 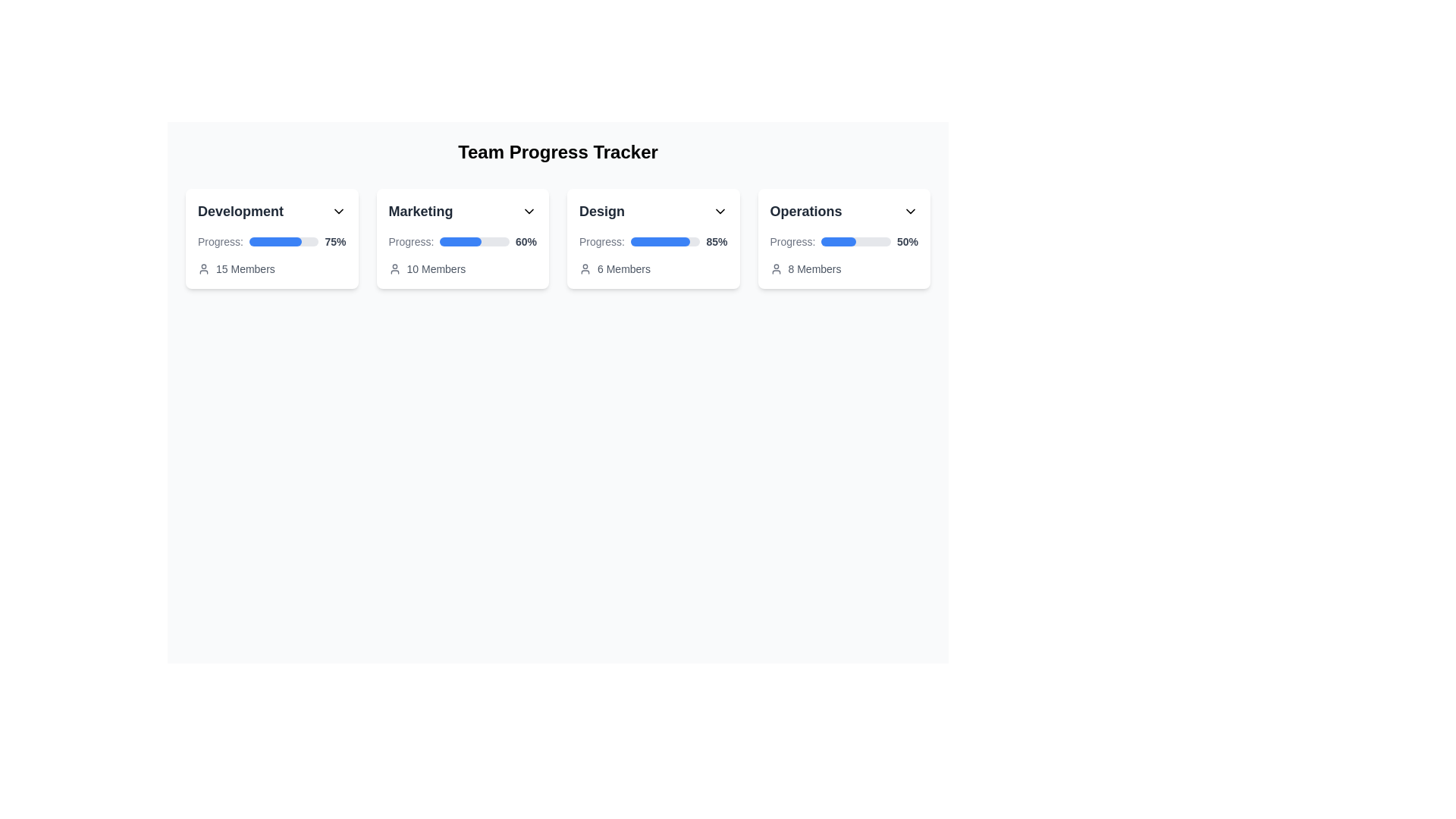 I want to click on the text label that serves as the title for the card representing the 'Operations' department, located at the top of the fourth card in the row of cards, so click(x=805, y=211).